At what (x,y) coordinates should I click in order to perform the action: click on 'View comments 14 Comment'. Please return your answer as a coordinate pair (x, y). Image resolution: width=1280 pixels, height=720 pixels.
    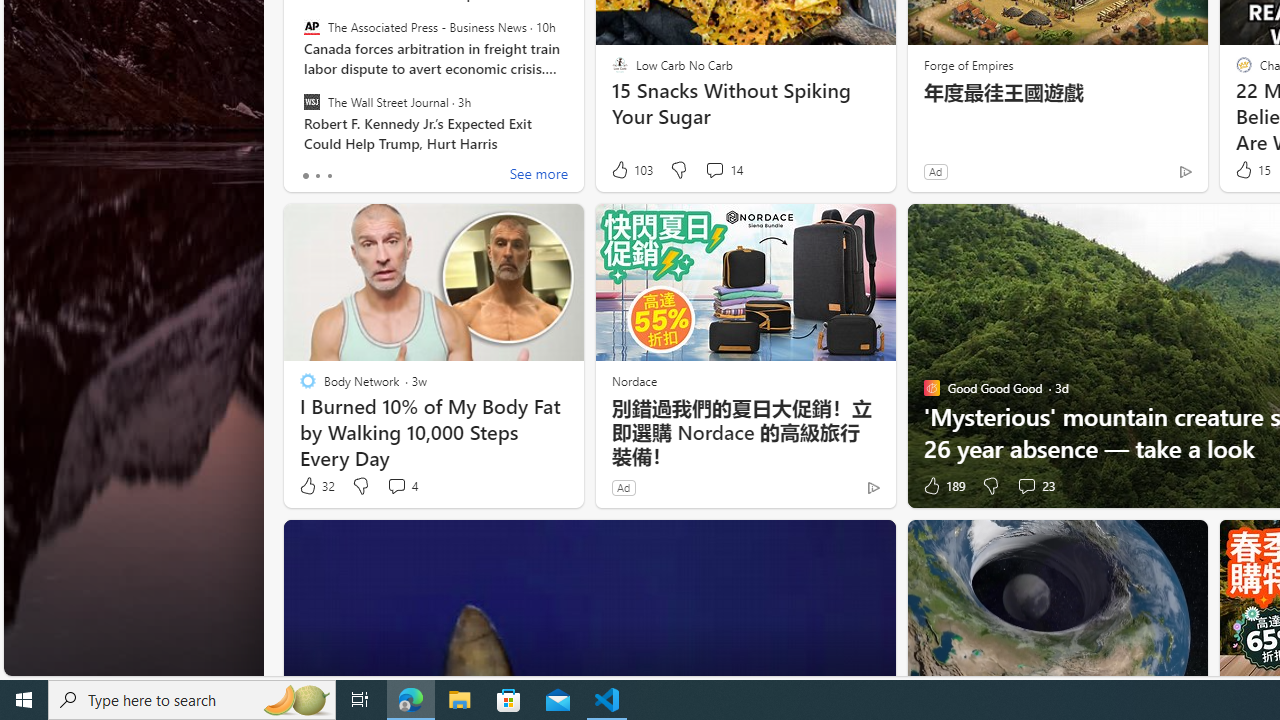
    Looking at the image, I should click on (722, 169).